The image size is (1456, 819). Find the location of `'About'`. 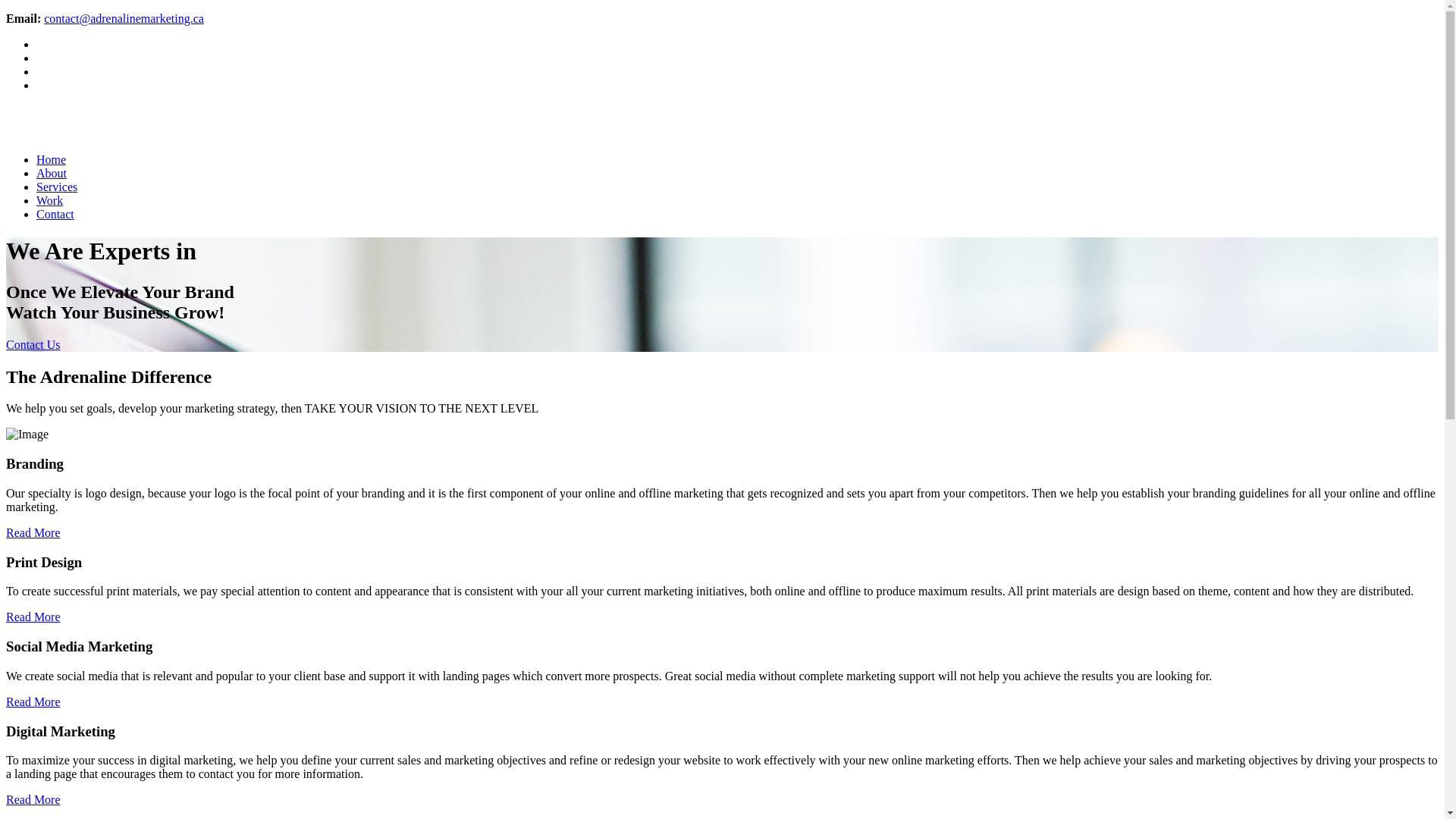

'About' is located at coordinates (36, 172).